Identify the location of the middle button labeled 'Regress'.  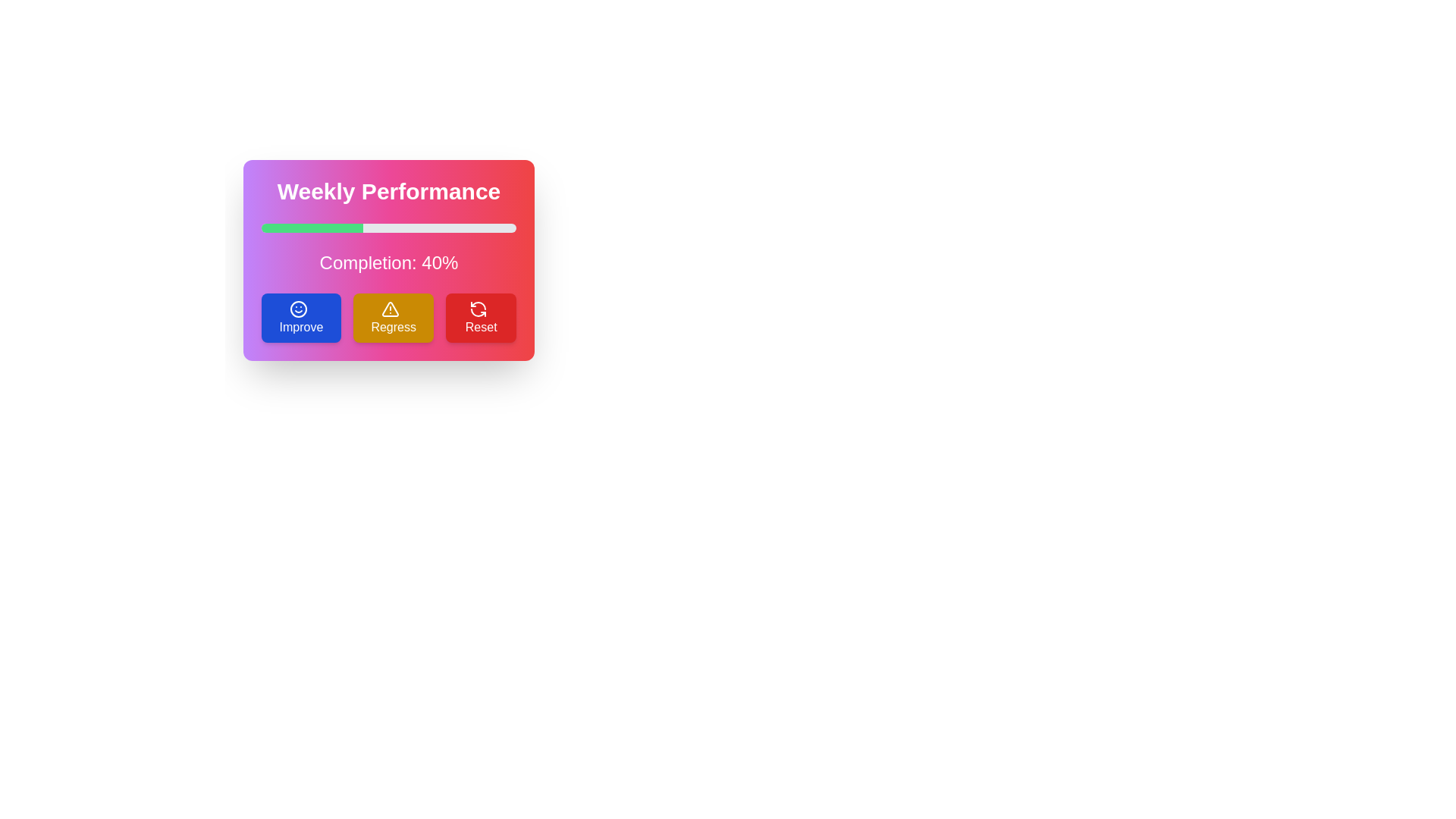
(389, 317).